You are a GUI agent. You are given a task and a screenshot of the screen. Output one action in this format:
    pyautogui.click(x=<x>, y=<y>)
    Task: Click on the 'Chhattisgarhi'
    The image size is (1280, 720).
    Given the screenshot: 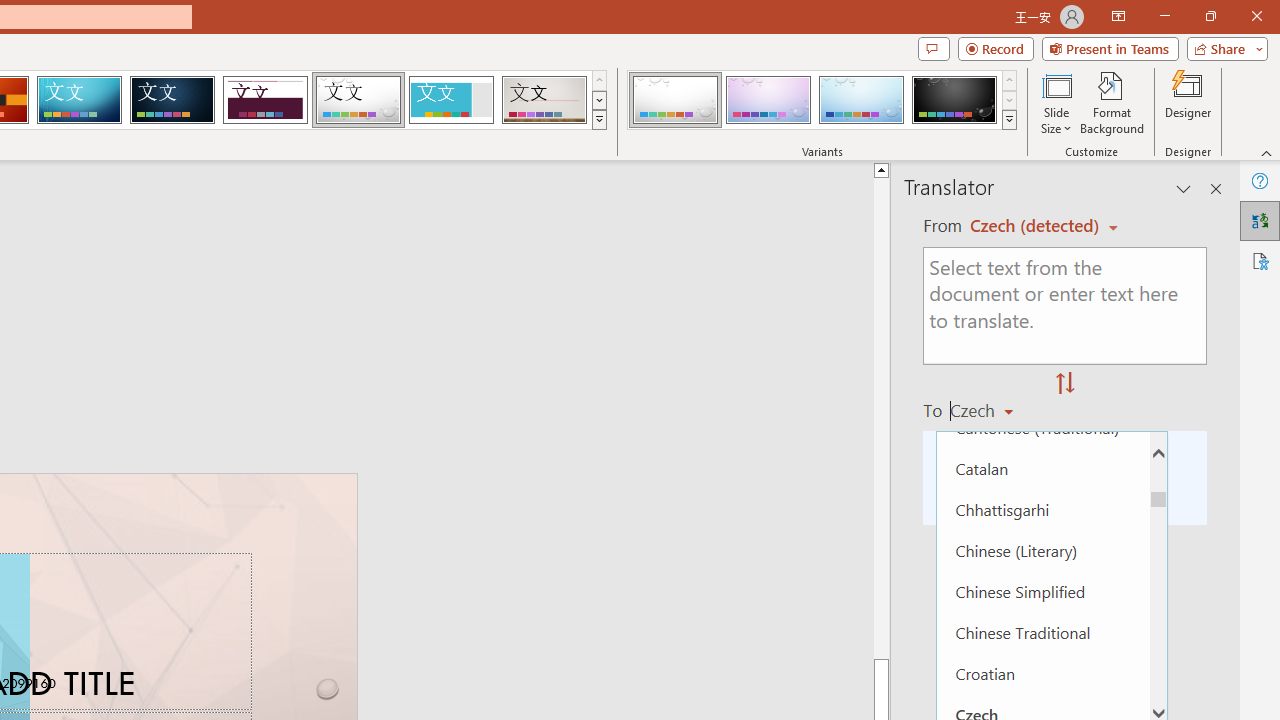 What is the action you would take?
    pyautogui.click(x=1042, y=508)
    